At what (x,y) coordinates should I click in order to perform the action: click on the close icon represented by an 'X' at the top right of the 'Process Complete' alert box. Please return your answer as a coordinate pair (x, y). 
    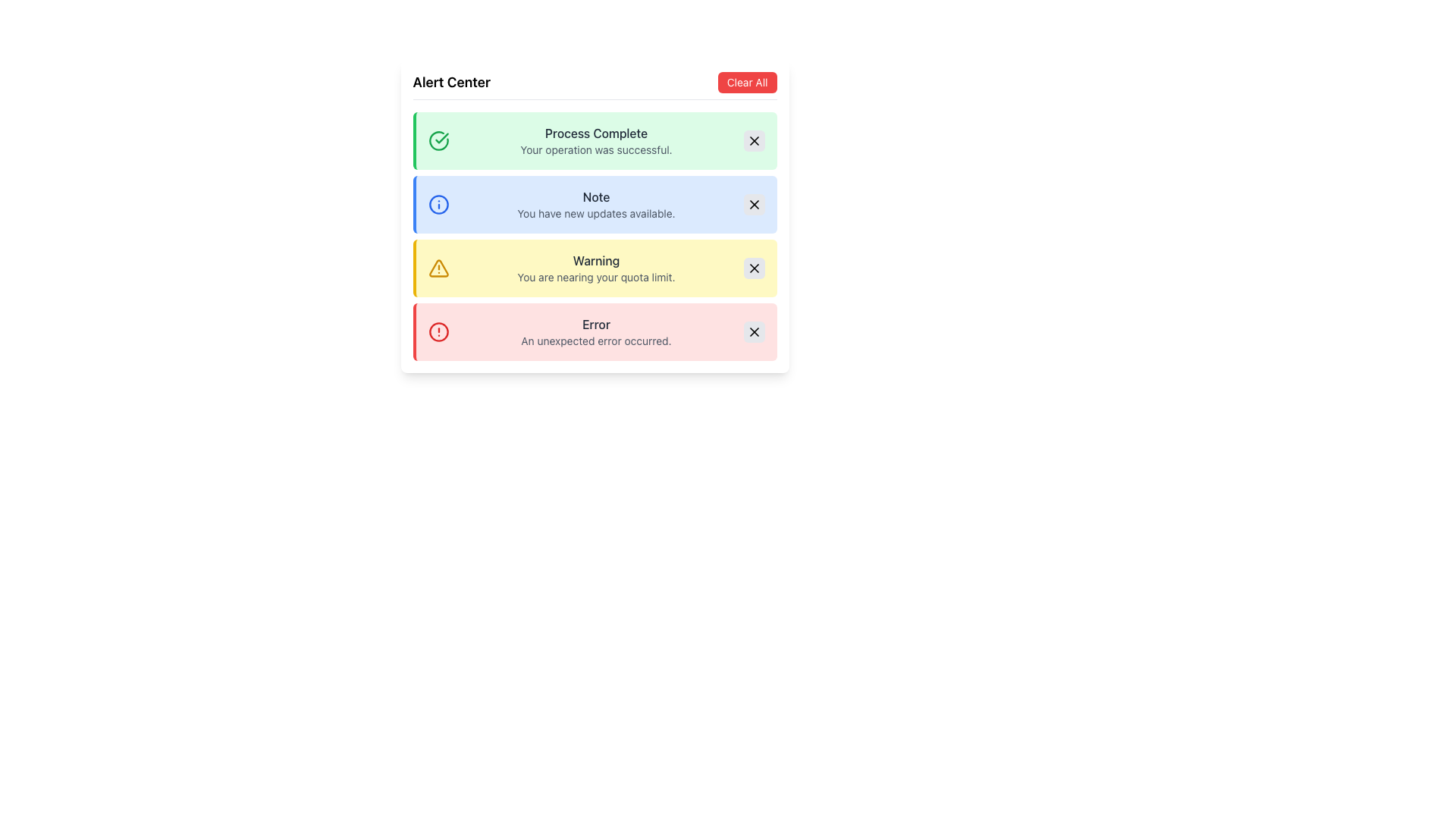
    Looking at the image, I should click on (754, 140).